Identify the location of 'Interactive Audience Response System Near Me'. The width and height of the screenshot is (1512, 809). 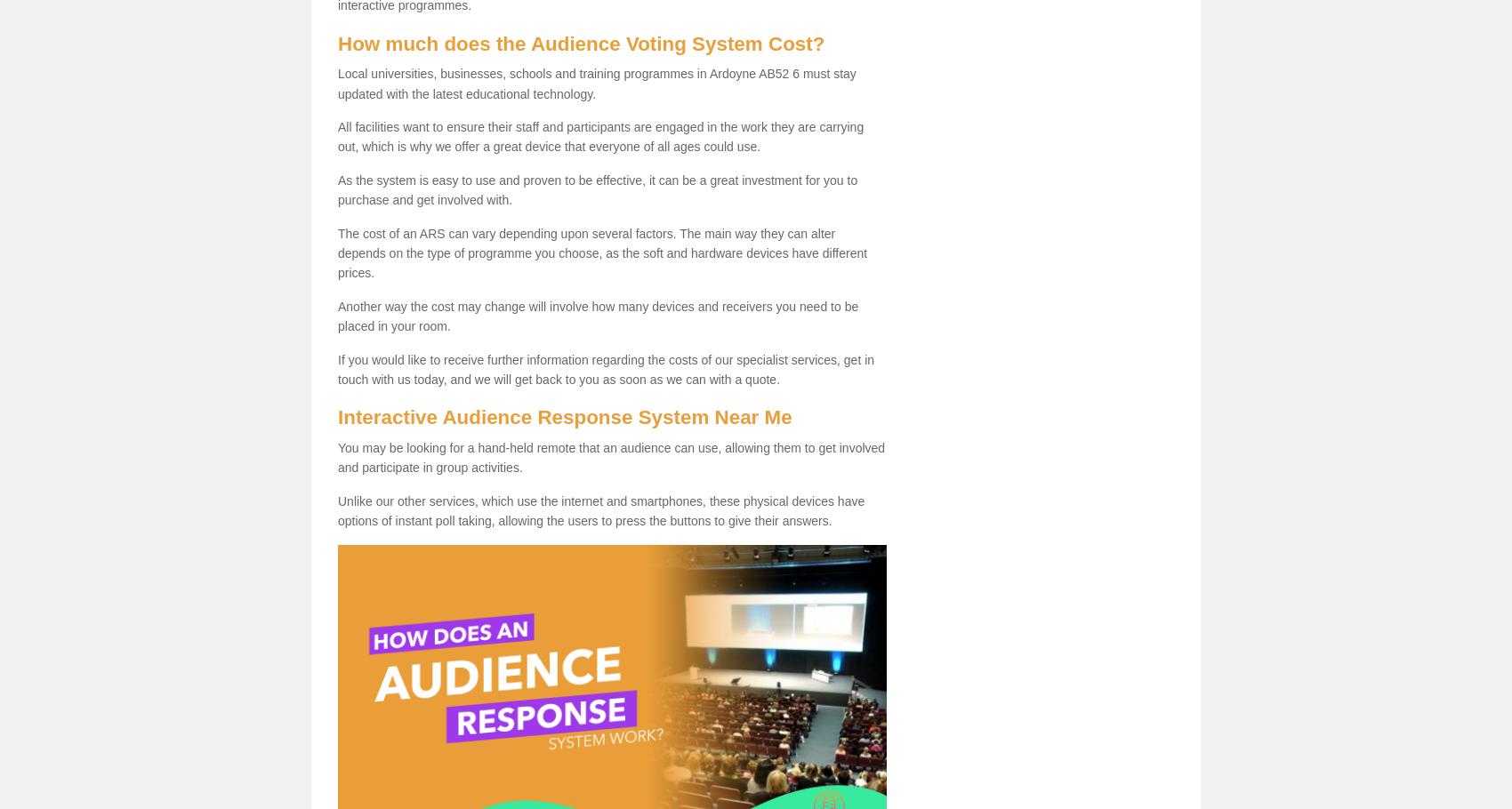
(563, 416).